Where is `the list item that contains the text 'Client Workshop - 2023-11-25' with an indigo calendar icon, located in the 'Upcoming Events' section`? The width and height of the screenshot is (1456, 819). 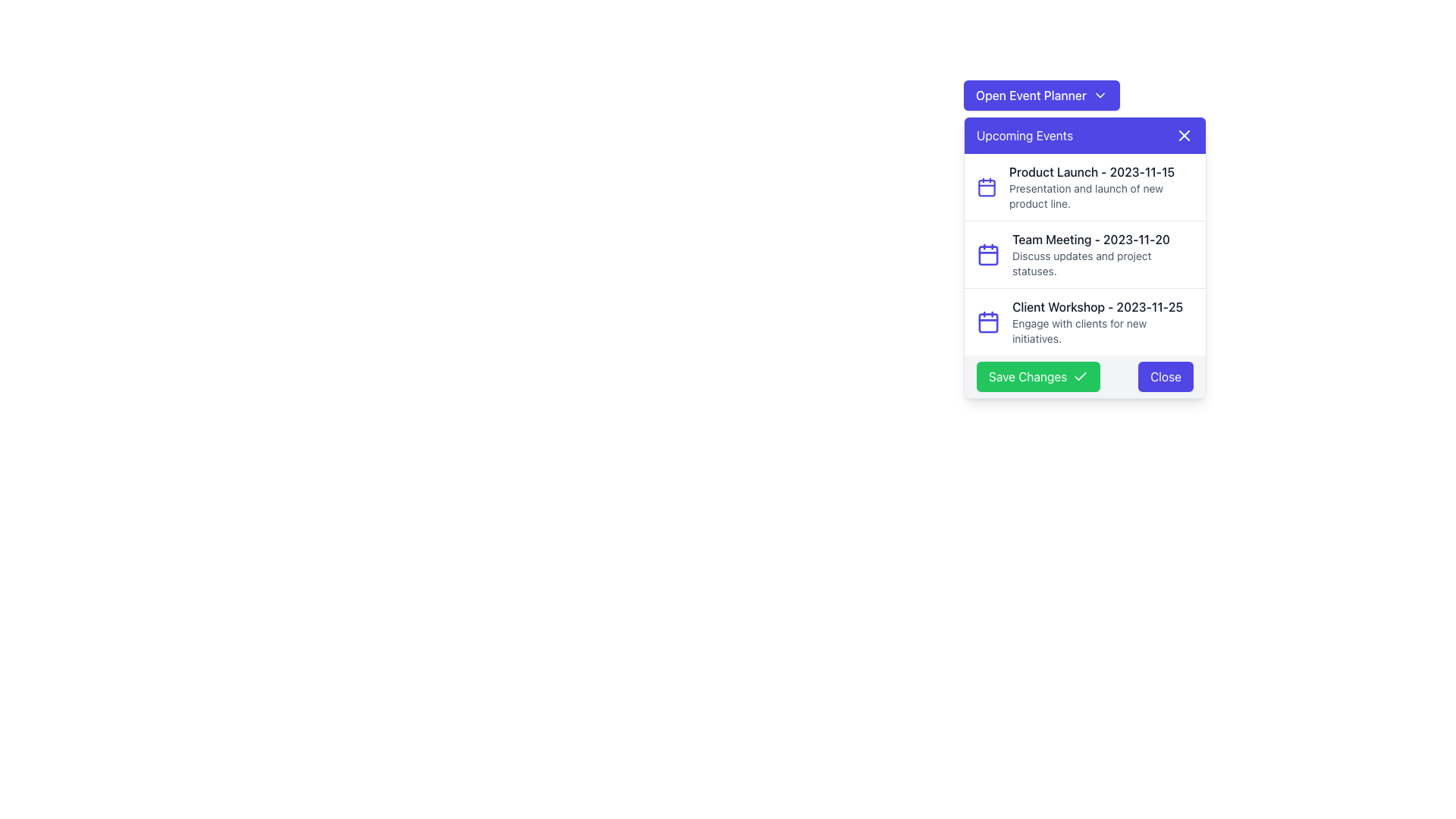
the list item that contains the text 'Client Workshop - 2023-11-25' with an indigo calendar icon, located in the 'Upcoming Events' section is located at coordinates (1084, 321).